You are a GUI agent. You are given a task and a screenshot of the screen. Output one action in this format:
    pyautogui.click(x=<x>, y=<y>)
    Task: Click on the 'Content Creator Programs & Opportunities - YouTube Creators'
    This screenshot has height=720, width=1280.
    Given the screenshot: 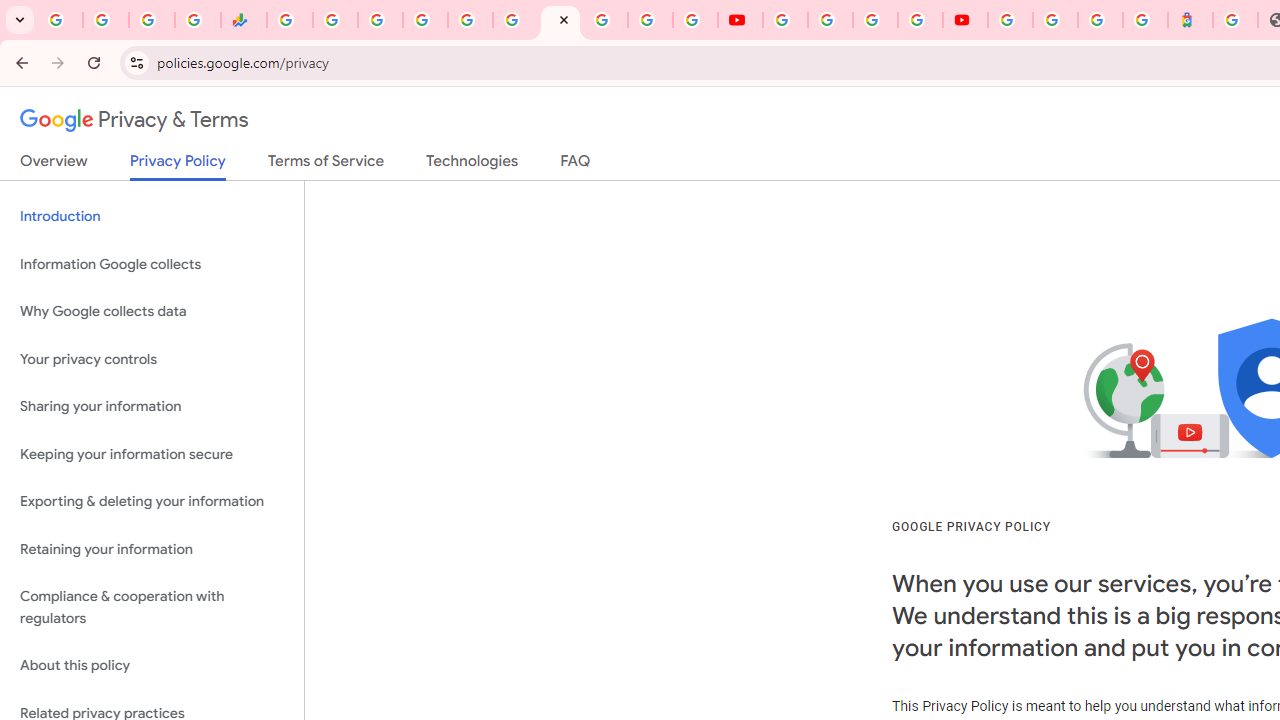 What is the action you would take?
    pyautogui.click(x=965, y=20)
    